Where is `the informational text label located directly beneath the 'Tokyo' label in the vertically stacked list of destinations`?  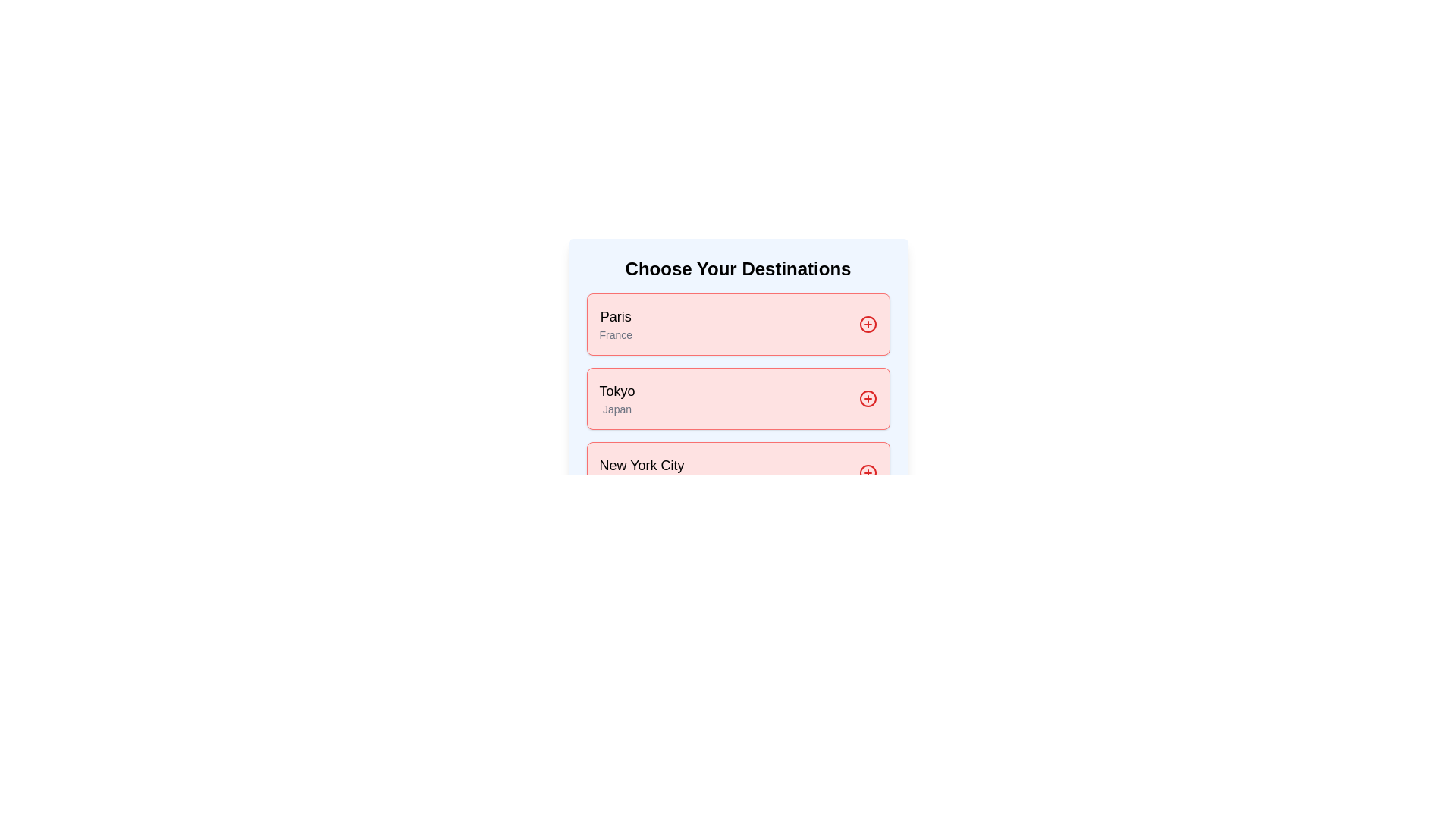 the informational text label located directly beneath the 'Tokyo' label in the vertically stacked list of destinations is located at coordinates (617, 409).